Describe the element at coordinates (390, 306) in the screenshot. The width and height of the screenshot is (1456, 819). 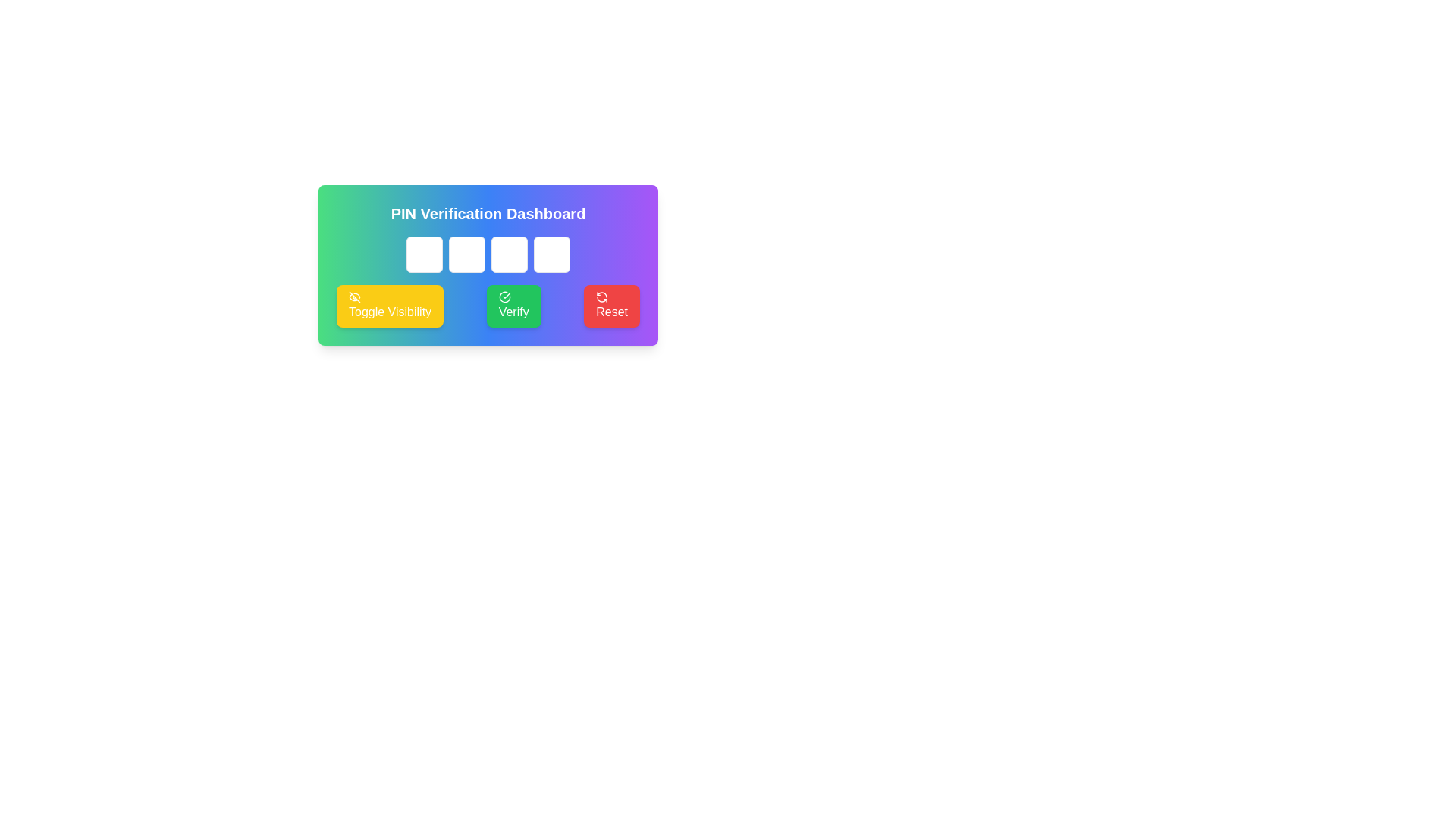
I see `the yellow rectangular button labeled 'Toggle Visibility' to observe its hover effect` at that location.